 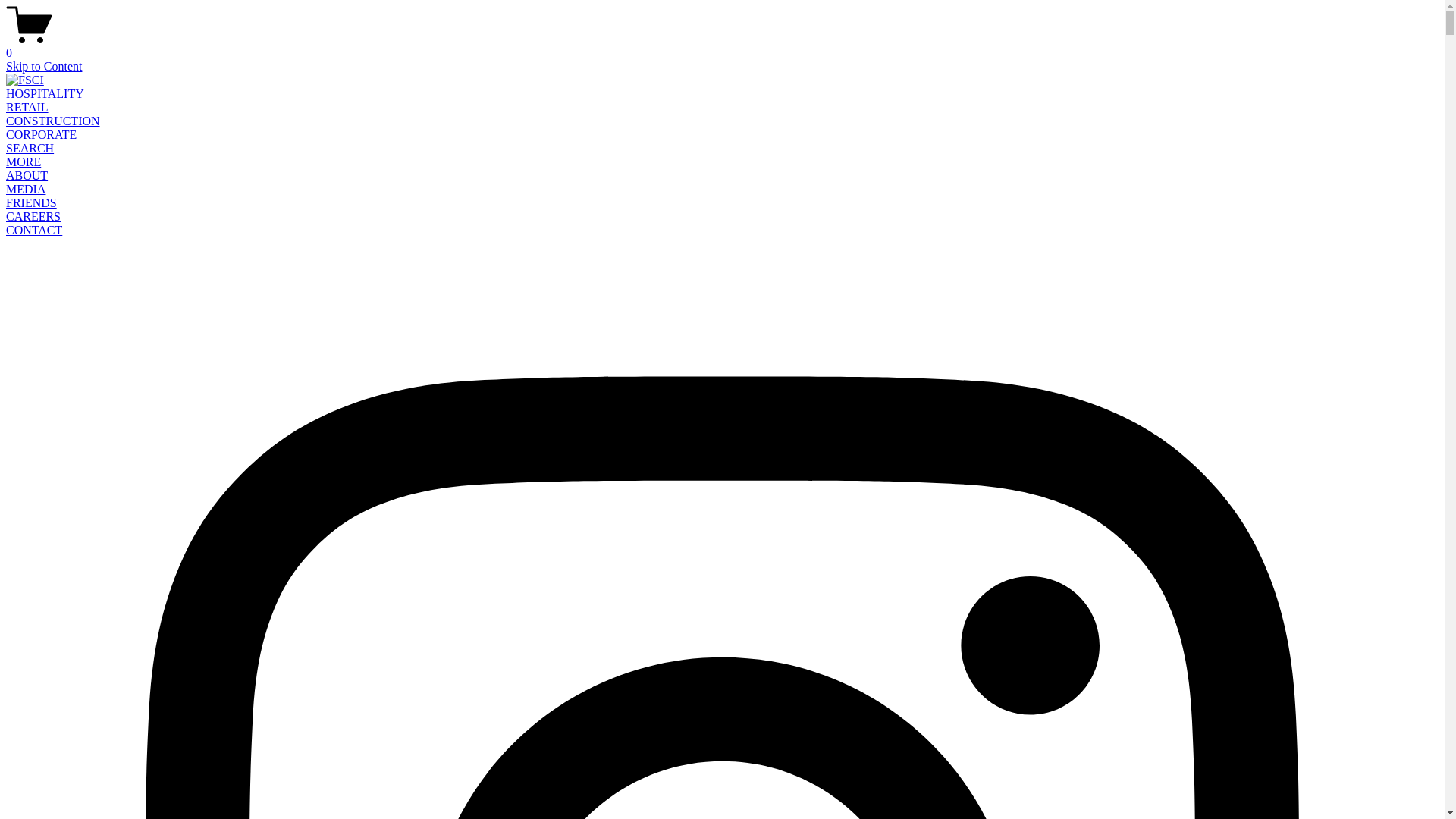 What do you see at coordinates (45, 93) in the screenshot?
I see `'HOSPITALITY'` at bounding box center [45, 93].